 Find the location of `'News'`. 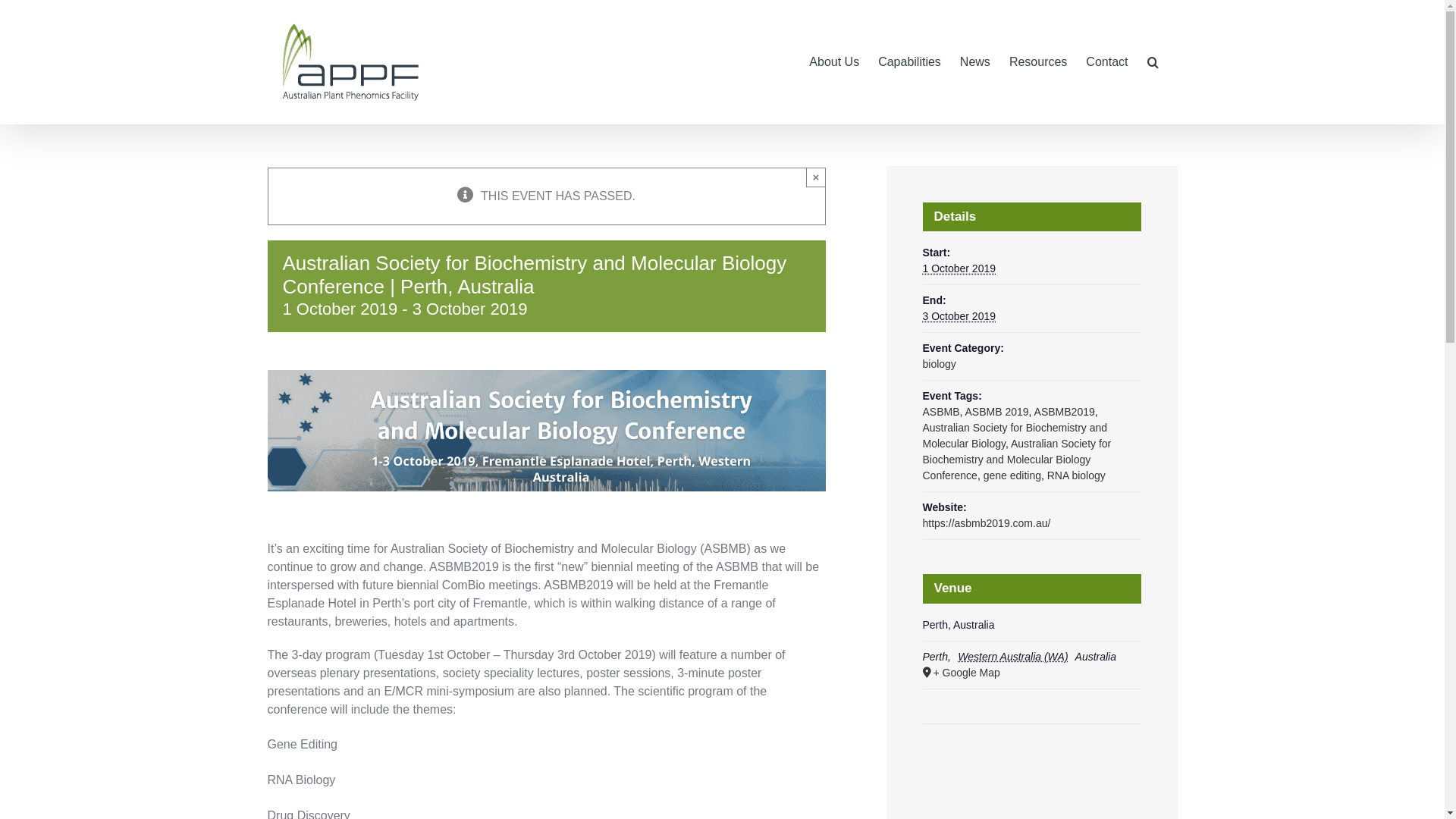

'News' is located at coordinates (975, 61).